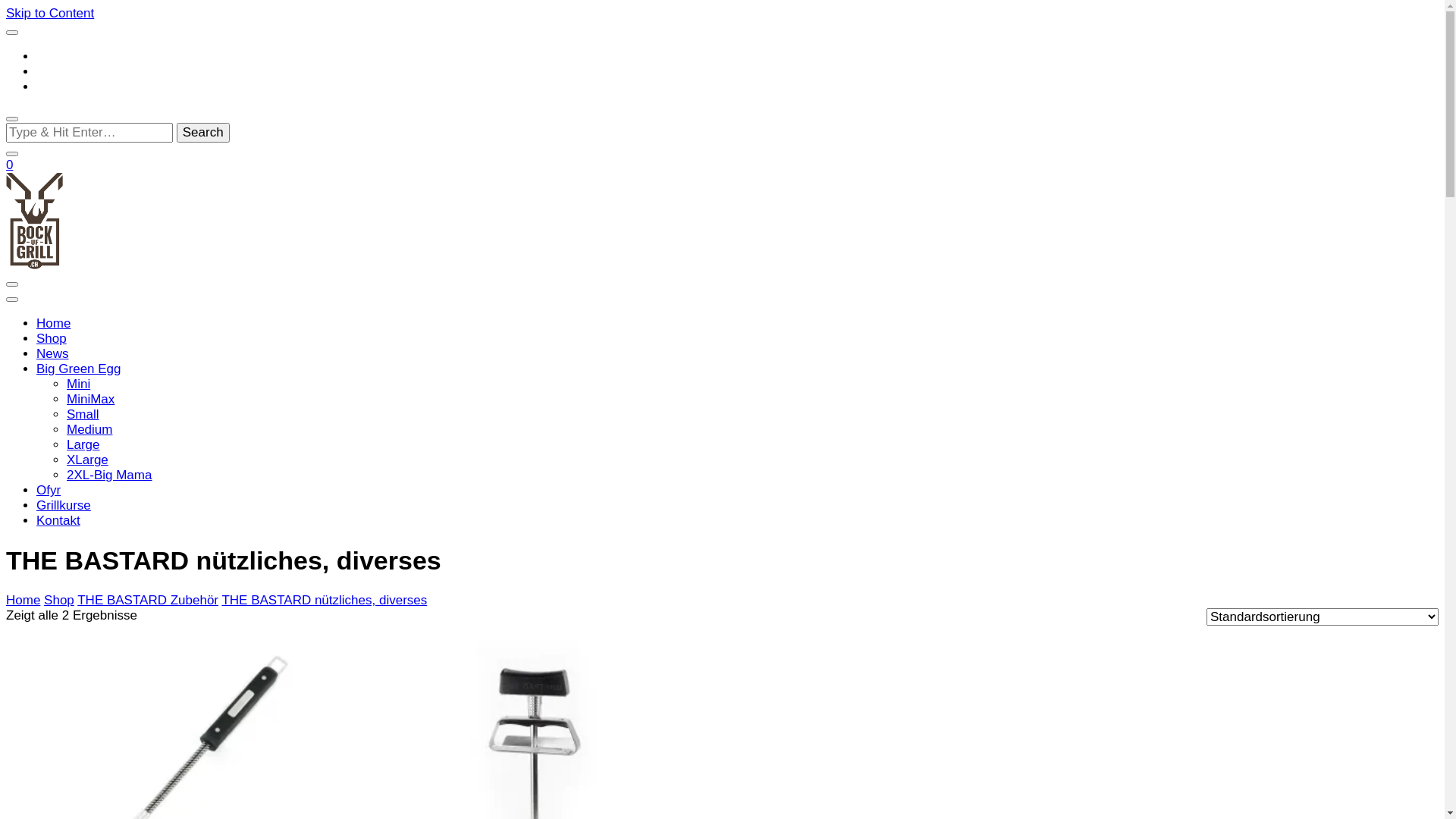 This screenshot has height=819, width=1456. Describe the element at coordinates (86, 459) in the screenshot. I see `'XLarge'` at that location.